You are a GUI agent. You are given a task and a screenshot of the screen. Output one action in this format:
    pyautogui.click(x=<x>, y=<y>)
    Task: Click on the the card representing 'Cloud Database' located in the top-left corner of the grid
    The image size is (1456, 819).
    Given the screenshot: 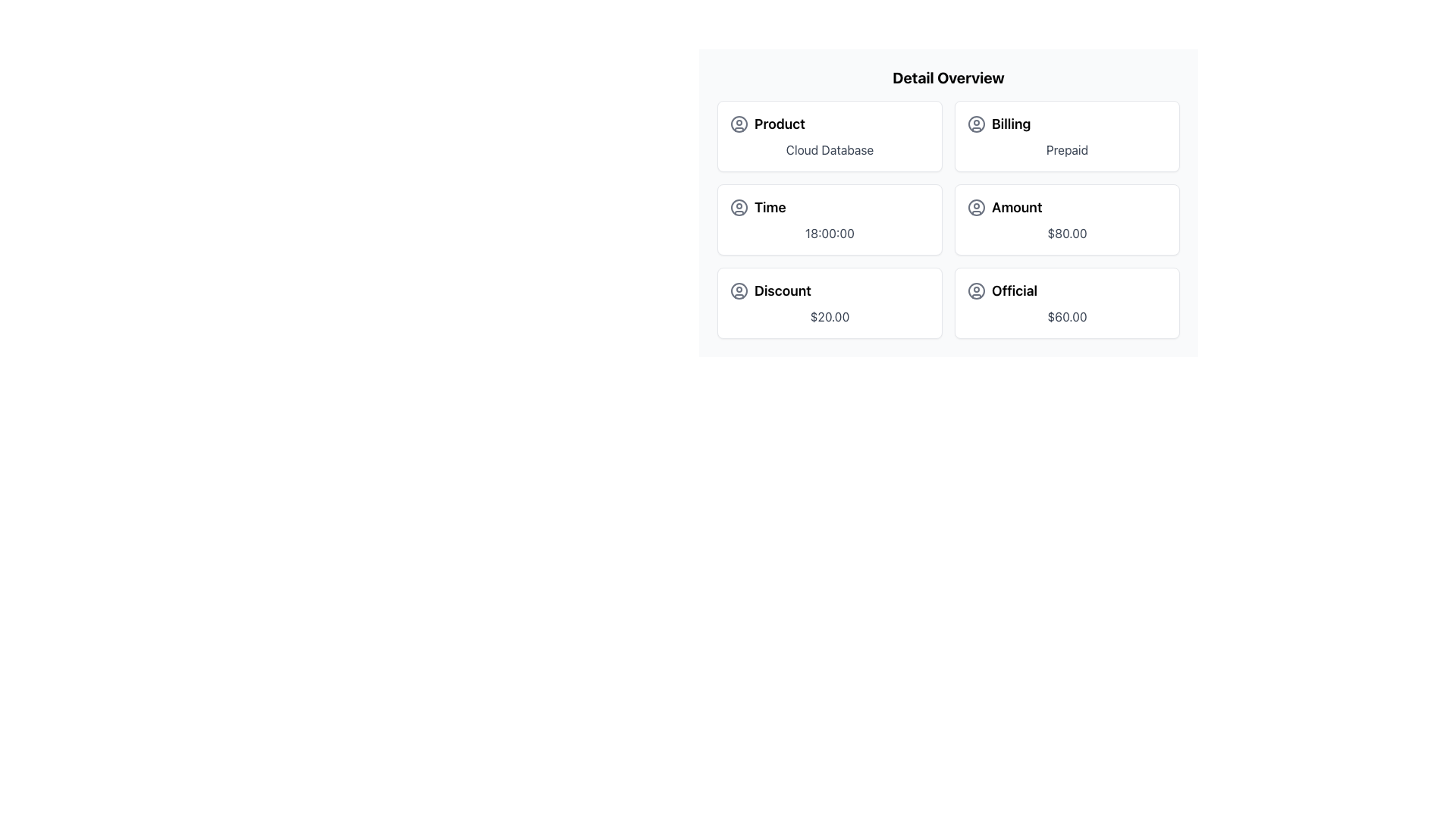 What is the action you would take?
    pyautogui.click(x=829, y=136)
    